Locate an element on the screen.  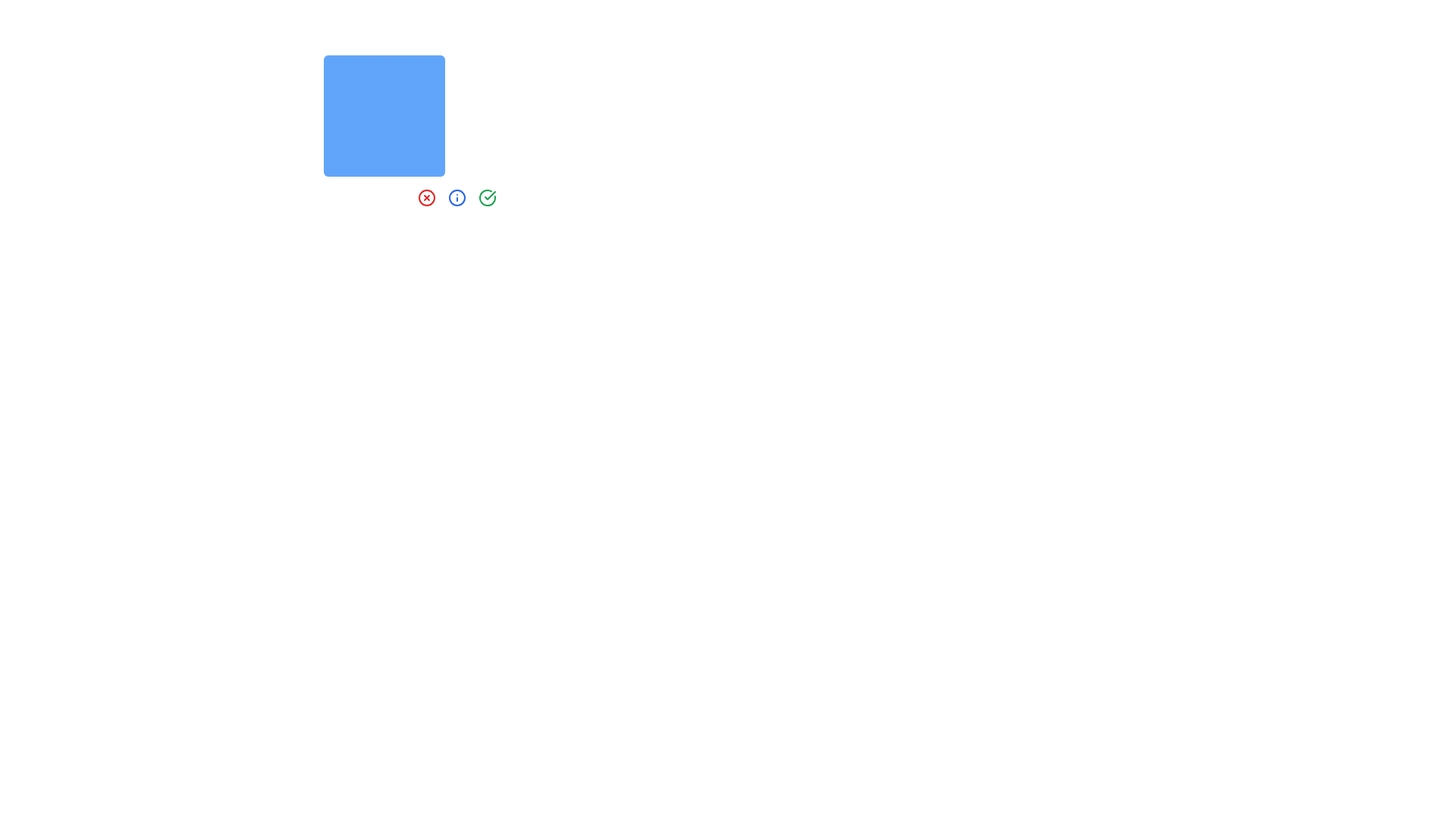
the SVG circle component located near the bottom-left corner of the graphical icons, which indicates a status or action involving rejection or removal is located at coordinates (425, 197).